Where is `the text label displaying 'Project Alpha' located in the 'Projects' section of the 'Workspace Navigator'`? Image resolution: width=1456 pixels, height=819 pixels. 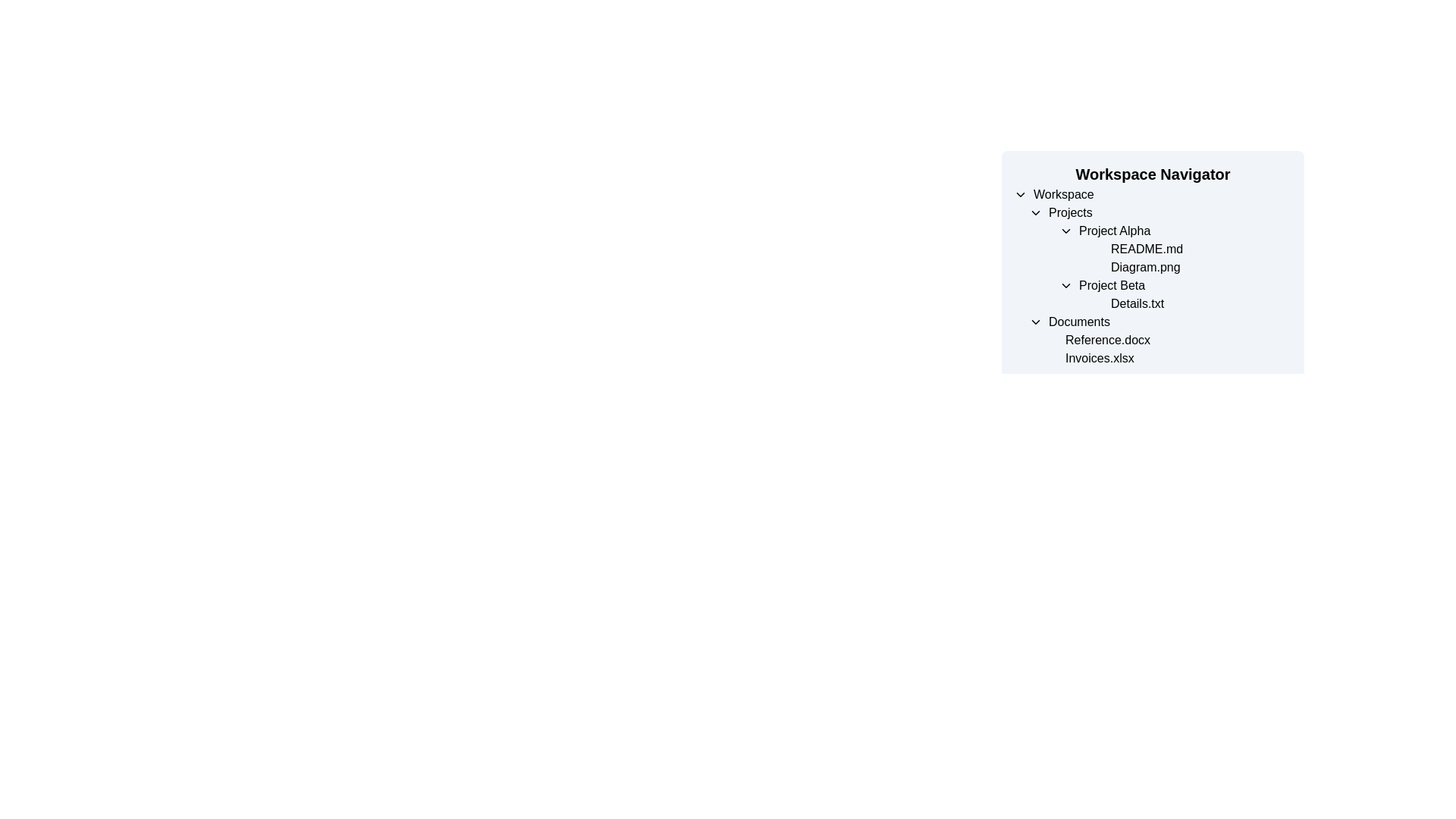 the text label displaying 'Project Alpha' located in the 'Projects' section of the 'Workspace Navigator' is located at coordinates (1115, 231).